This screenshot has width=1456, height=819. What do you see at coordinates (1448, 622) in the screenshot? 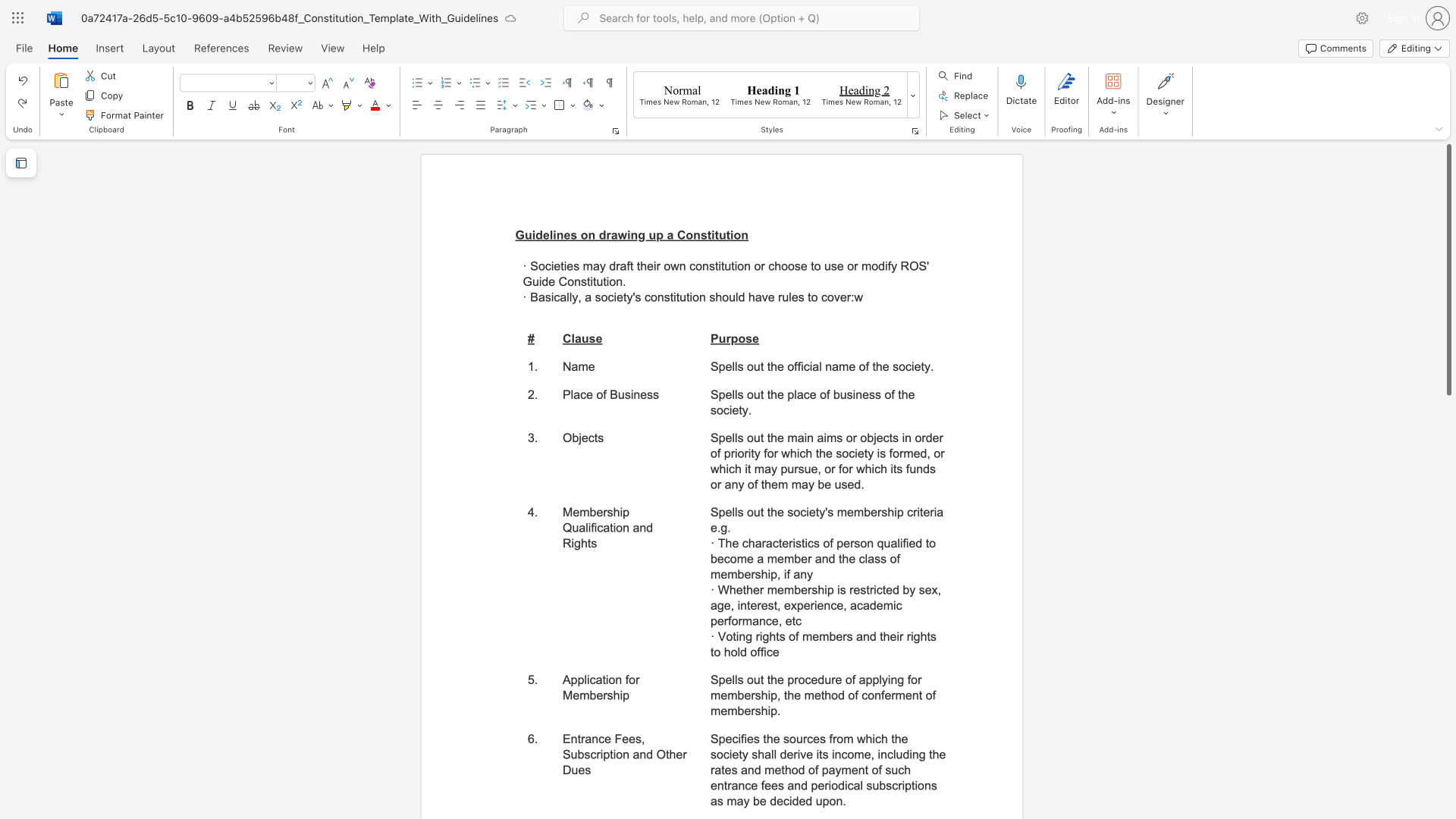
I see `the scrollbar on the right side to scroll the page down` at bounding box center [1448, 622].